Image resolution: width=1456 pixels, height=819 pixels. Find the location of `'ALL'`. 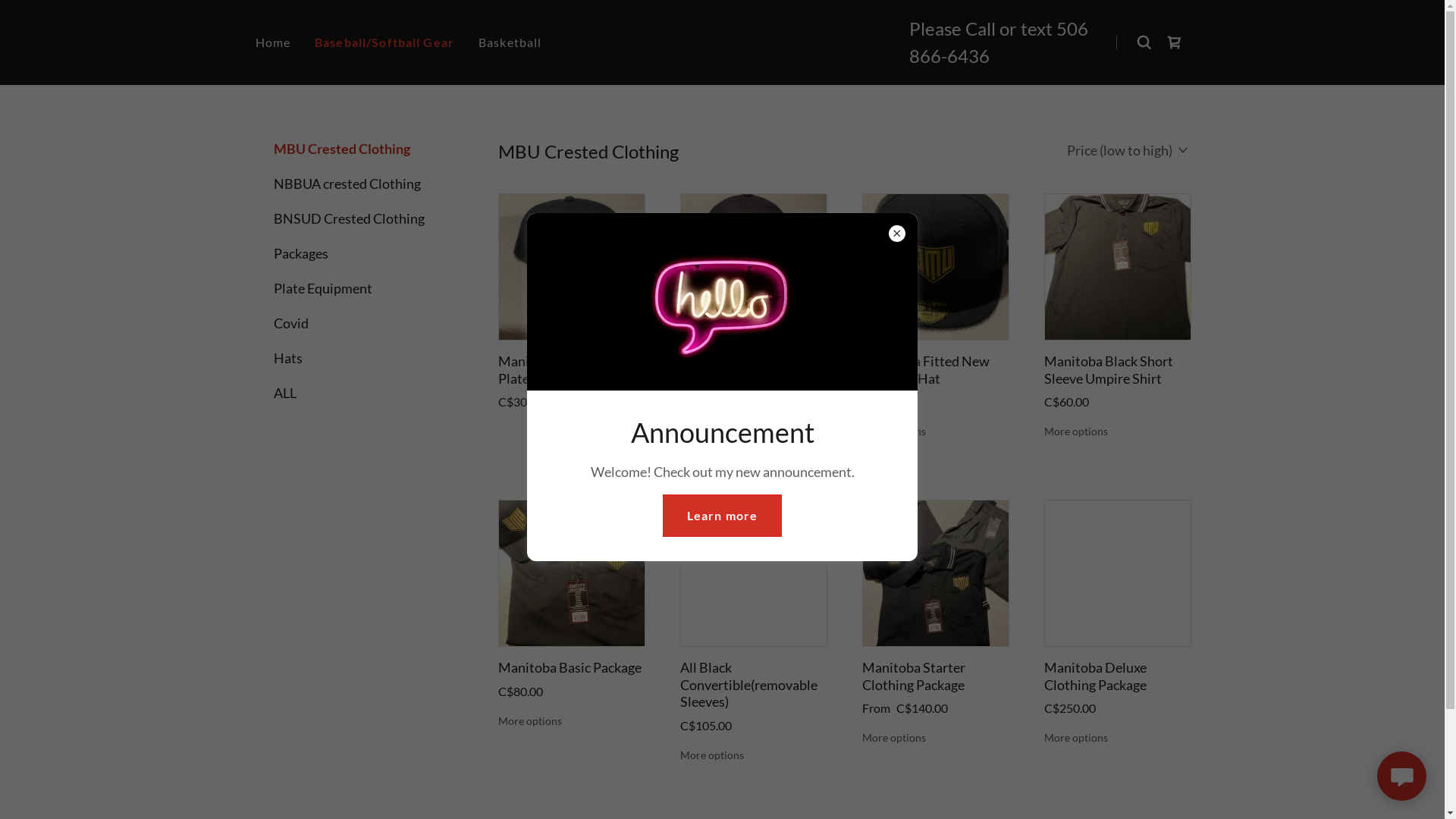

'ALL' is located at coordinates (273, 391).